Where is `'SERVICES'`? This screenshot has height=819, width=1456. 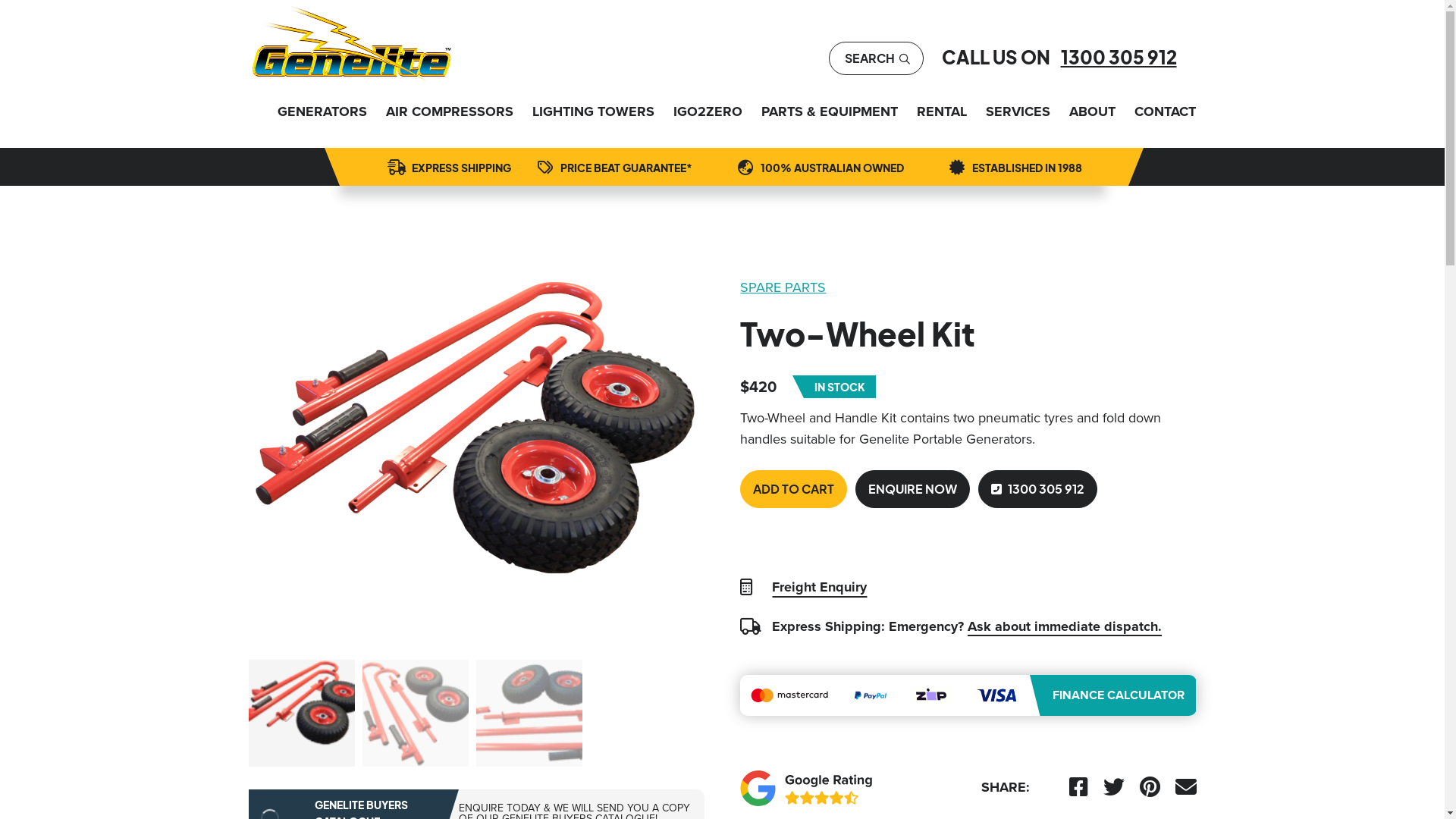
'SERVICES' is located at coordinates (1018, 110).